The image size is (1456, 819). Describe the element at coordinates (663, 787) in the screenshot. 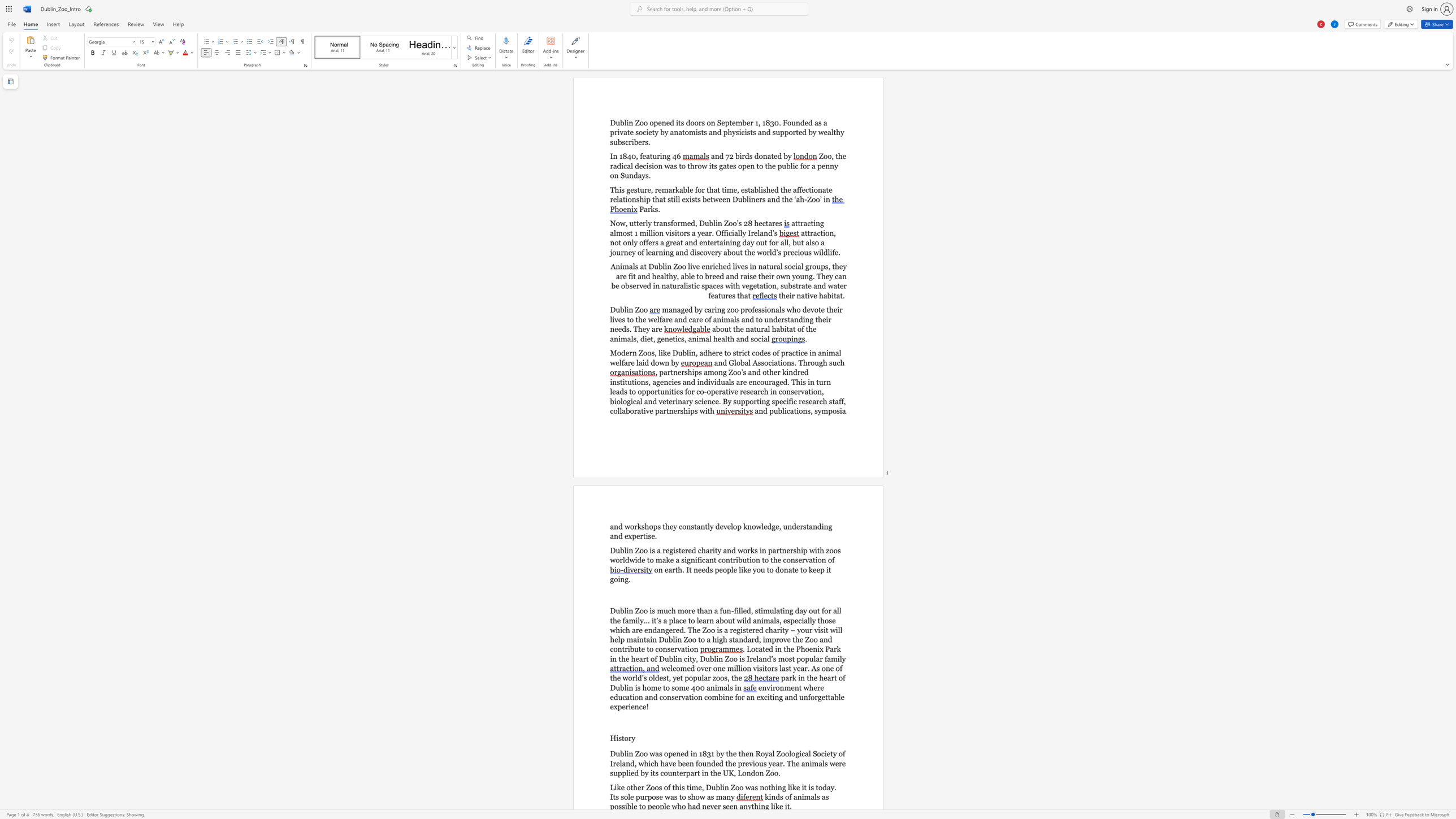

I see `the subset text "of this ti" within the text "Like other Zoos of this time, Dublin Zoo was nothing like it is today. Its sole purpose was to show as many"` at that location.